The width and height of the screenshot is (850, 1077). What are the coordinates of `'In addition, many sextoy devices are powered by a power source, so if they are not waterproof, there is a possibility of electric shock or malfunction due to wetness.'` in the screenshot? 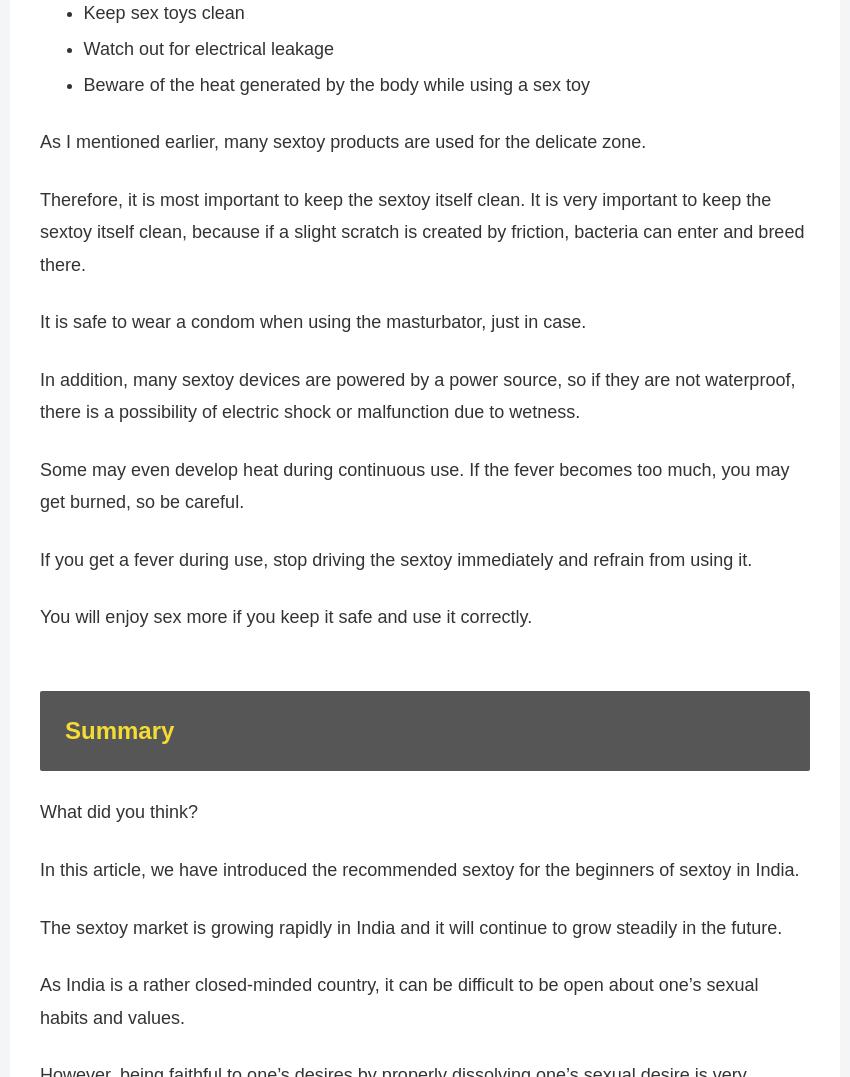 It's located at (417, 404).